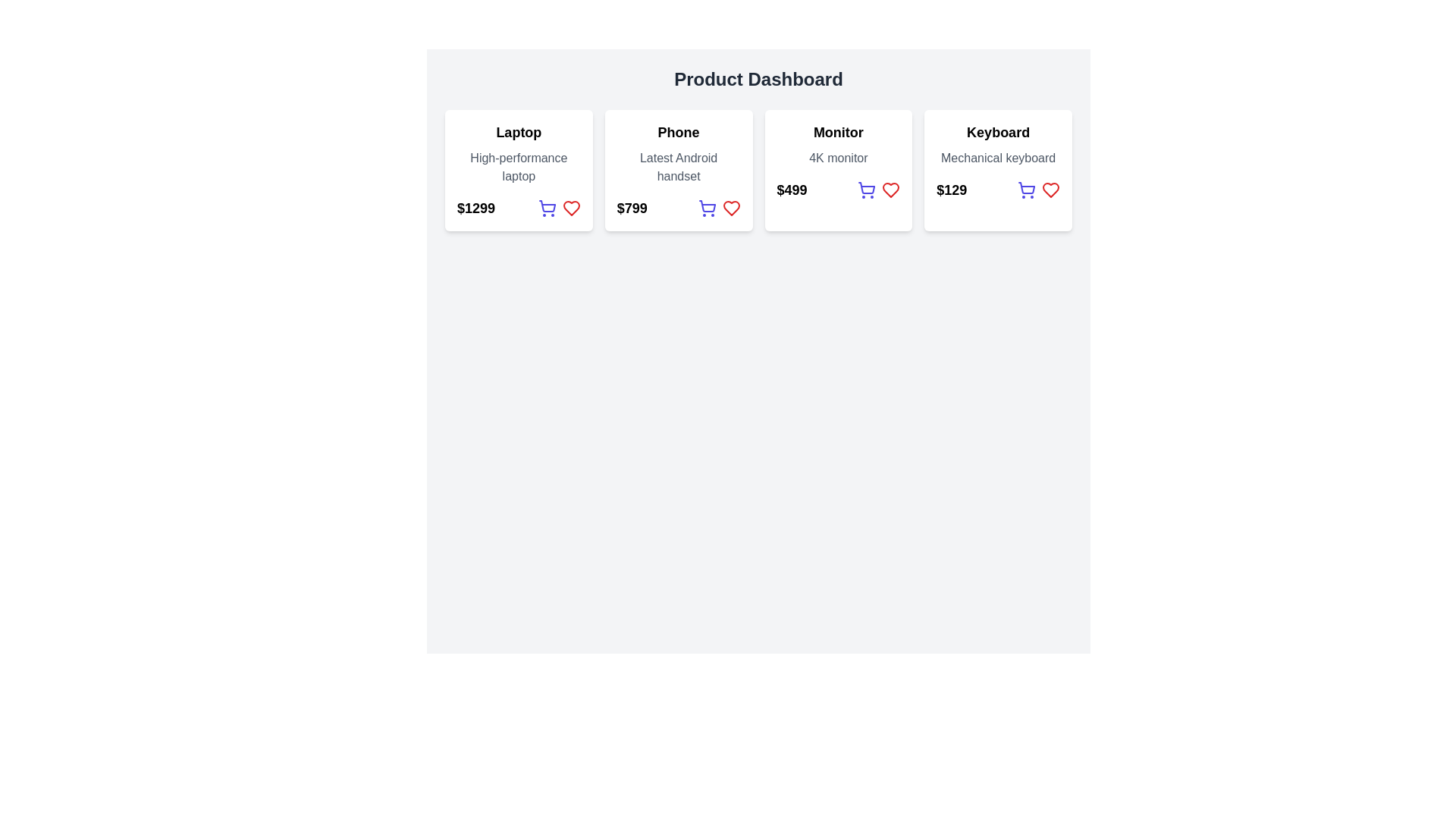  What do you see at coordinates (678, 167) in the screenshot?
I see `the text label that provides descriptive information about the 'Phone' product, located below the product title and above the price` at bounding box center [678, 167].